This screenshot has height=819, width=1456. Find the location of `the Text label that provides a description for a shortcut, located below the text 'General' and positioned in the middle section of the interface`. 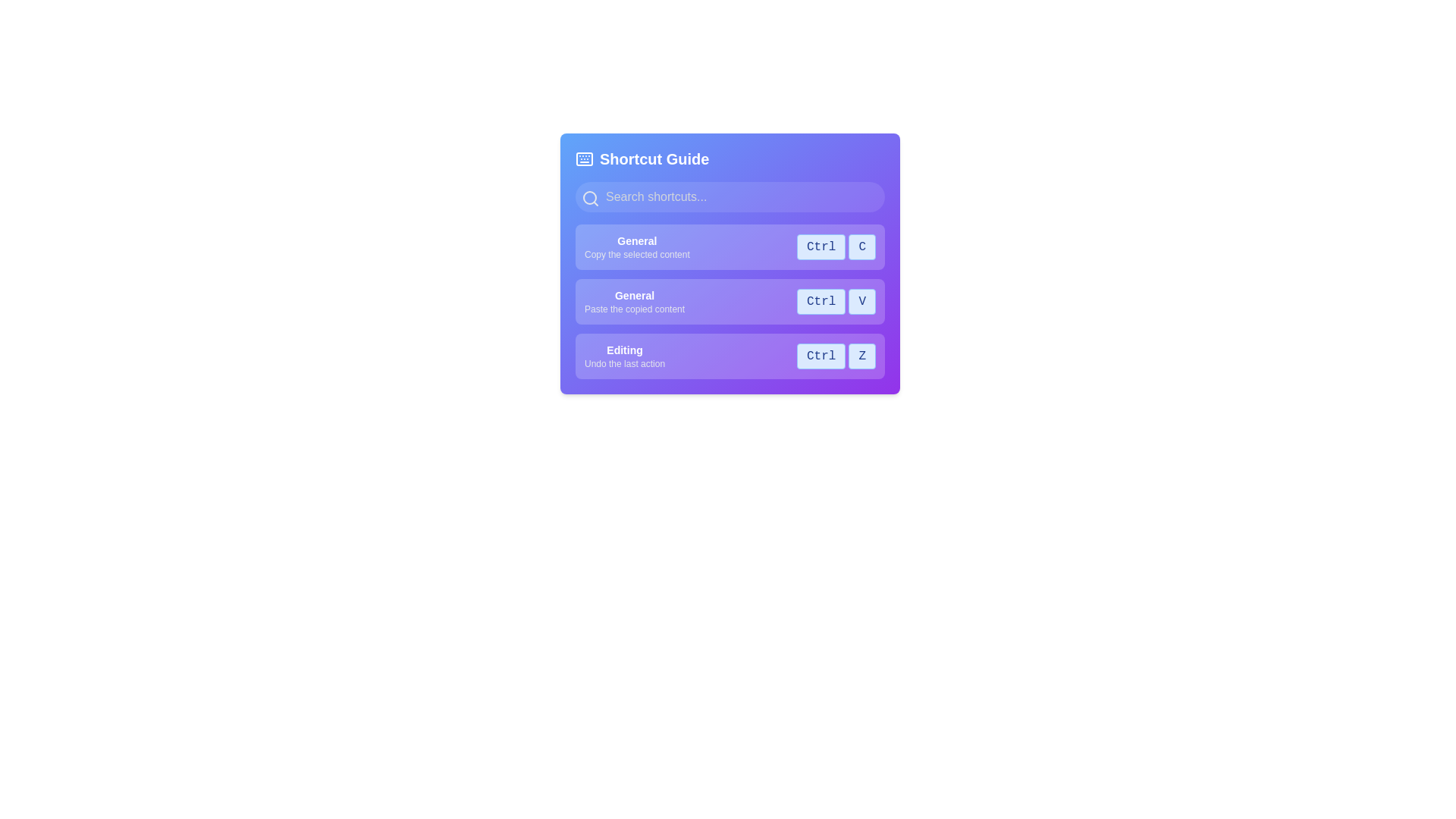

the Text label that provides a description for a shortcut, located below the text 'General' and positioned in the middle section of the interface is located at coordinates (635, 309).